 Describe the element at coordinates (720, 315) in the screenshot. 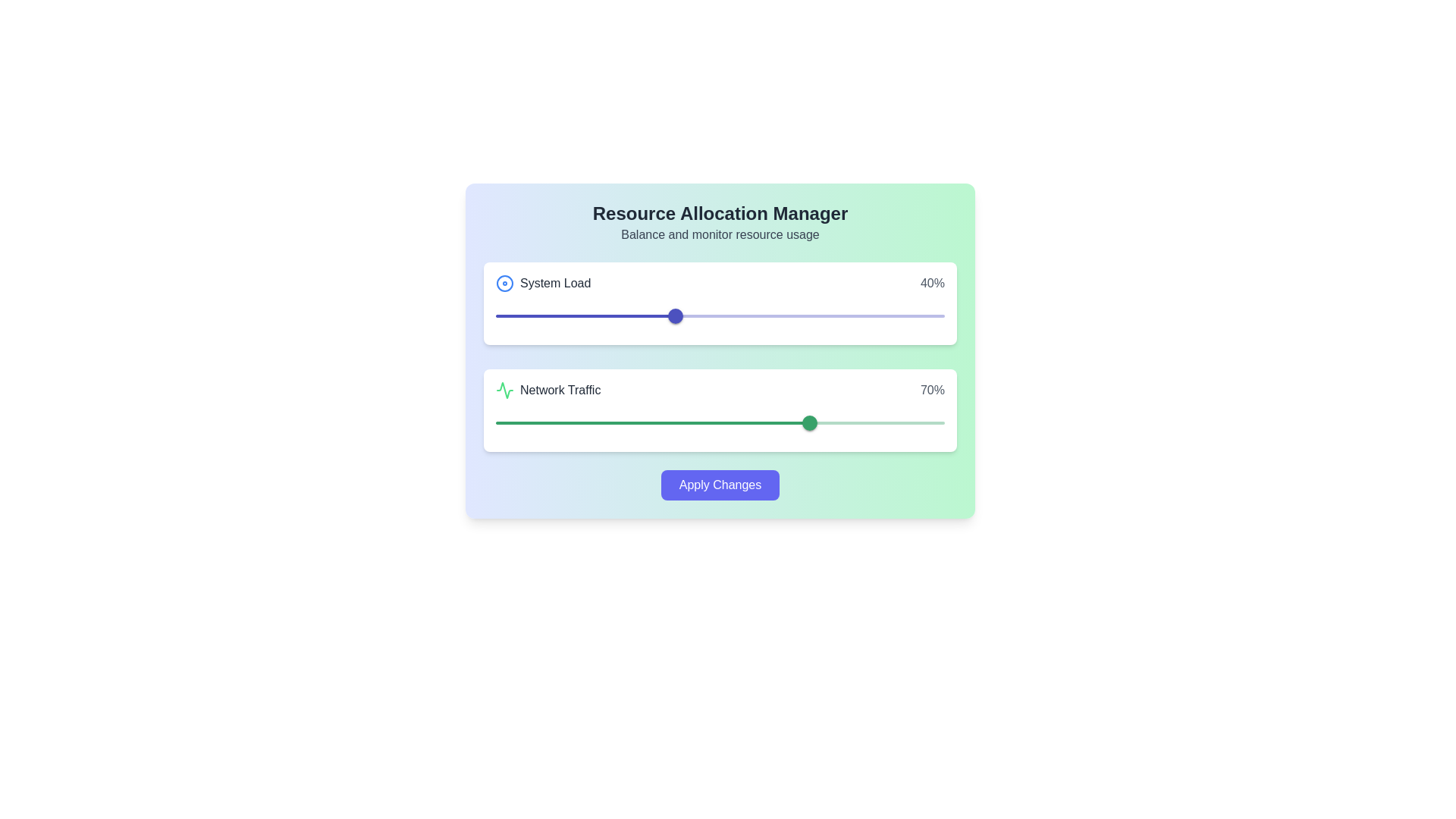

I see `the red slider rail component for the 'System Load' metric, which is a horizontal line positioned slightly above the red slider track and directly below the slider thumb` at that location.